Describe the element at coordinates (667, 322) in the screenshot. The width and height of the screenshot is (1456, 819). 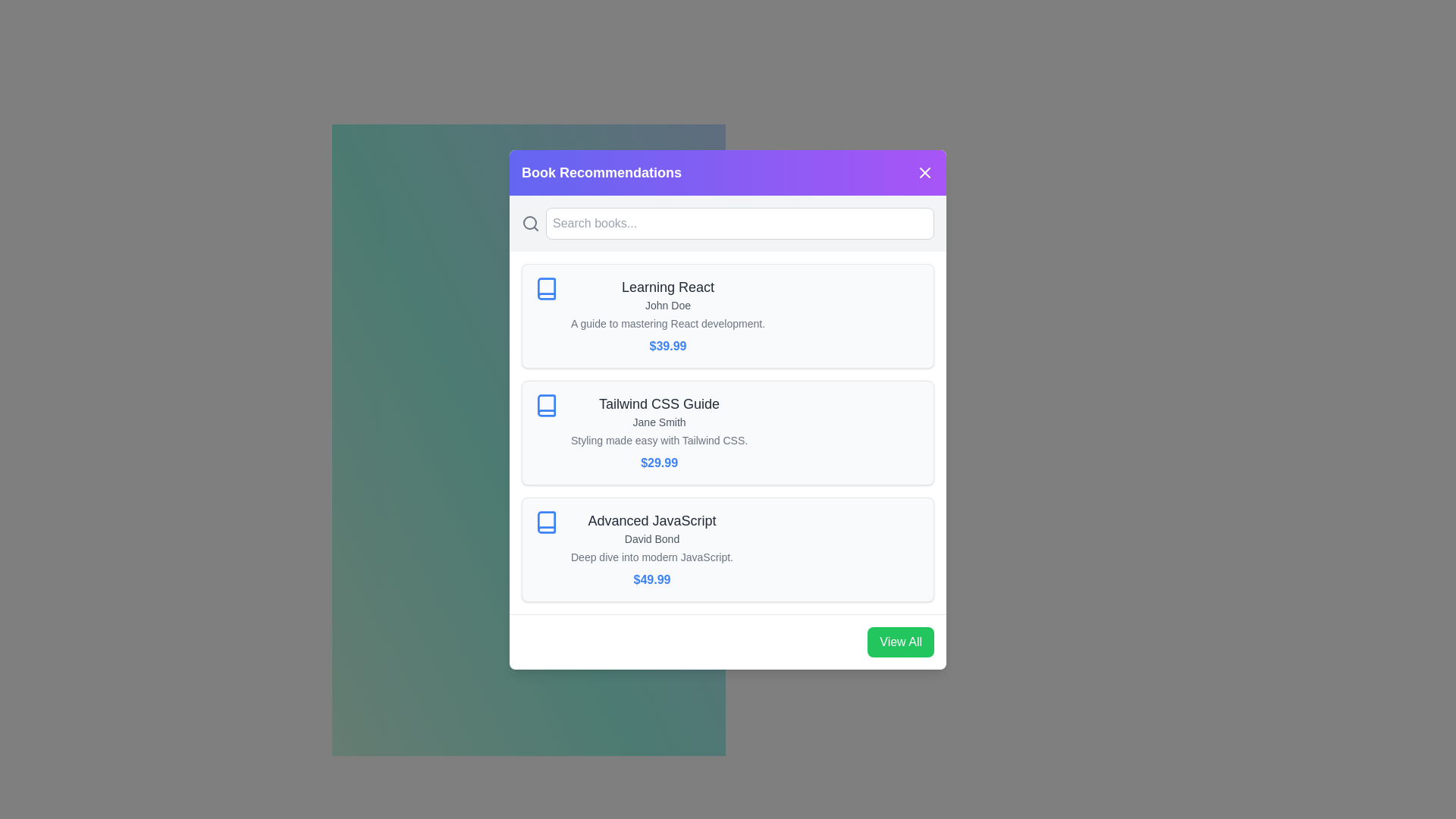
I see `the text label that reads 'A guide to mastering React development' which is a small gray font subtitle located between the author 'John Doe' and the price '$39.99'` at that location.